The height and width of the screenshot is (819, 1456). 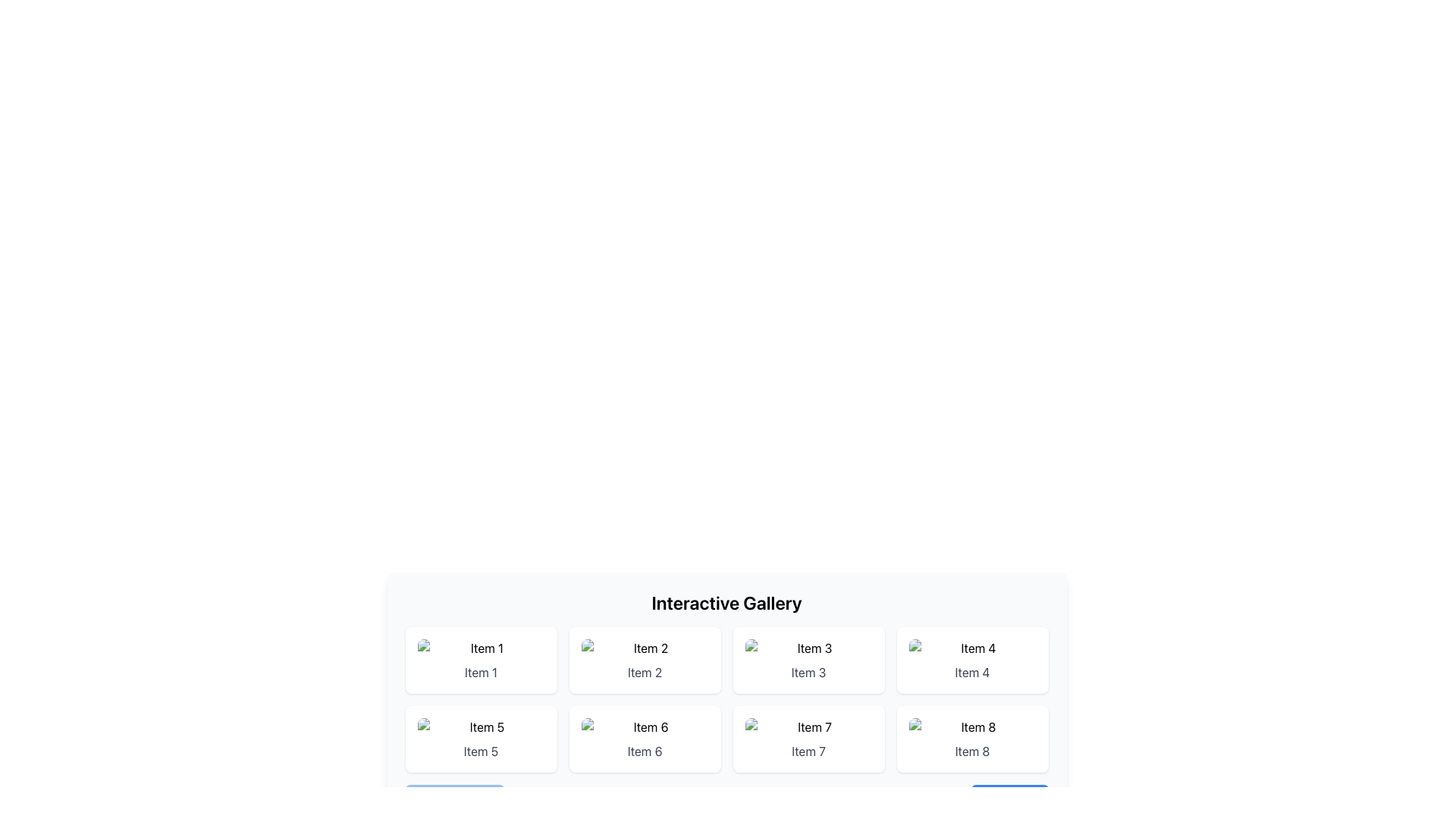 I want to click on the text label displaying 'Item 1', which is styled with center alignment and gray color, positioned below the corresponding image placeholder in the grid layout, so click(x=480, y=672).